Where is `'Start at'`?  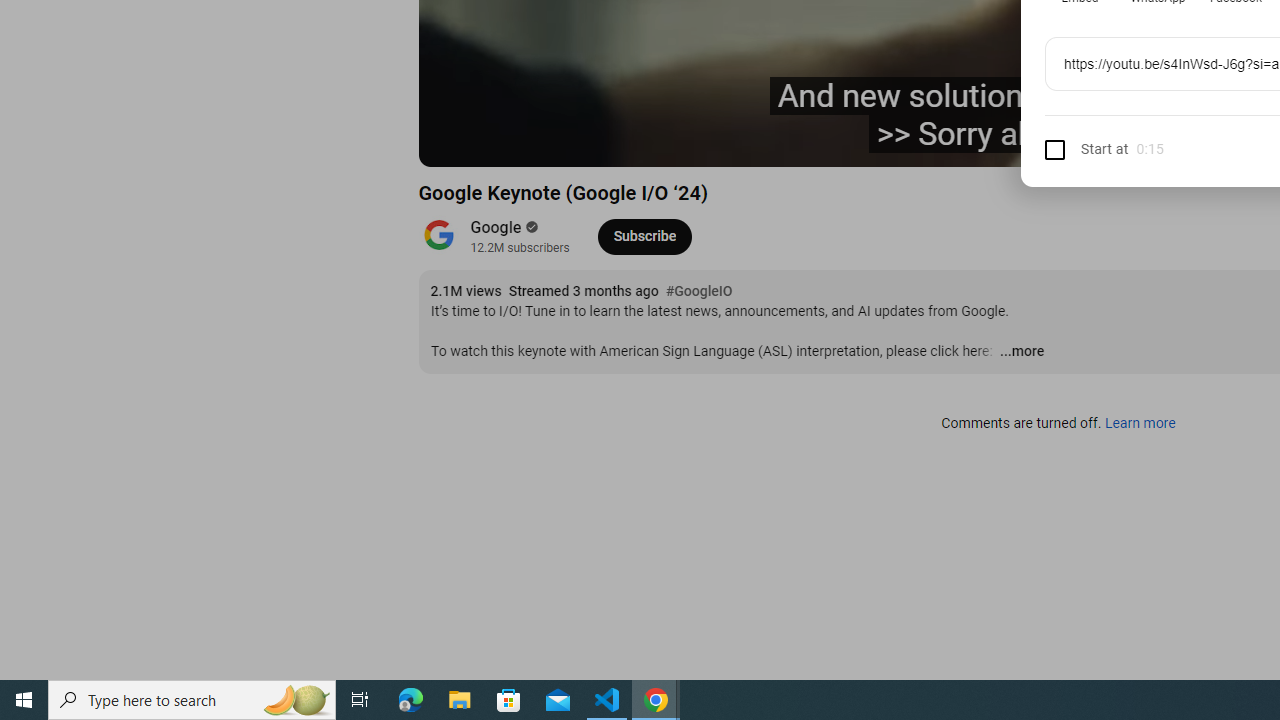
'Start at' is located at coordinates (1085, 148).